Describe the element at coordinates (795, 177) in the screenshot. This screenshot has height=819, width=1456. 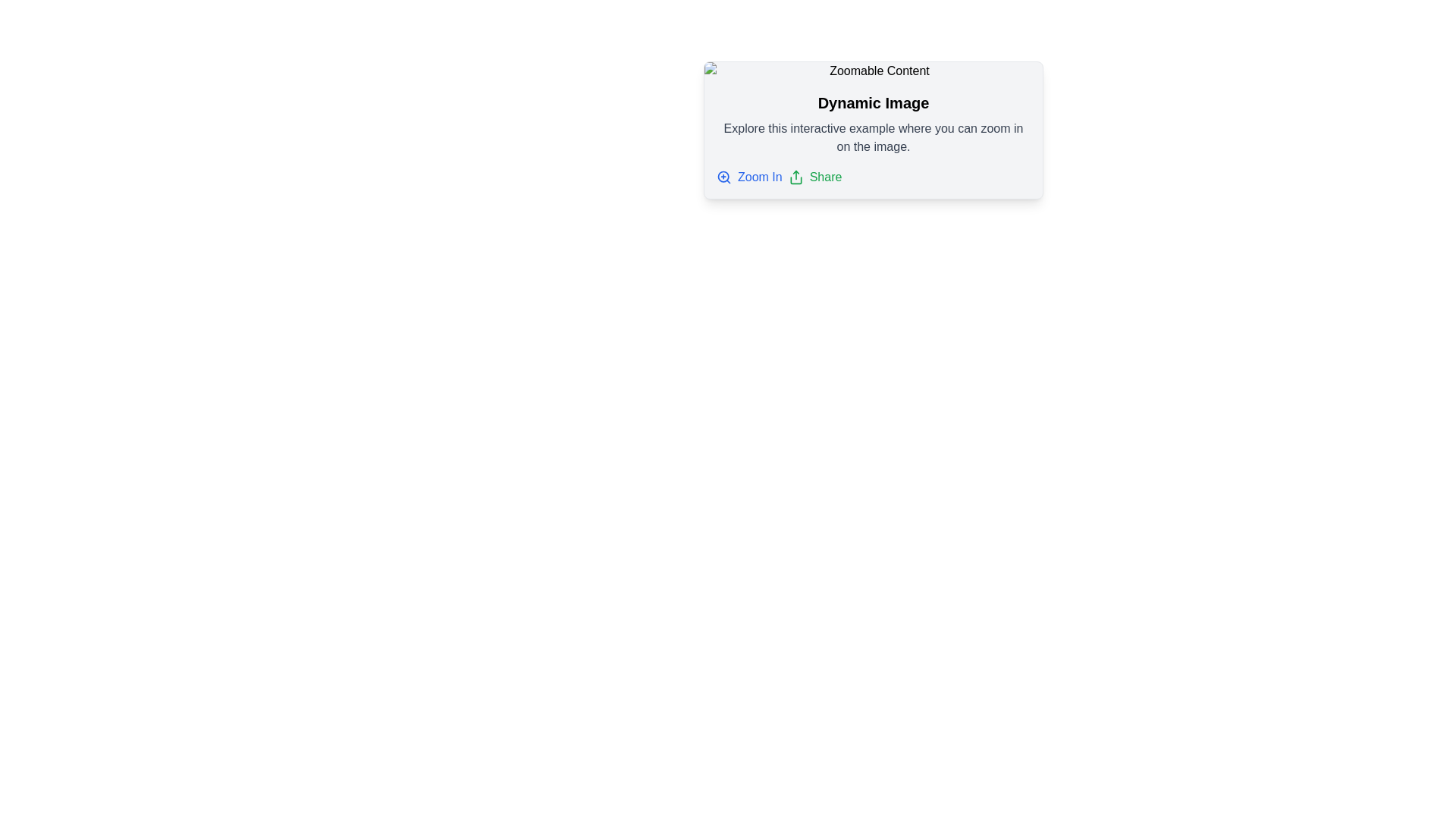
I see `the green share icon located to the left of the 'Share' text label within the button group at the bottom of the 'Zoomable Content' card interface` at that location.